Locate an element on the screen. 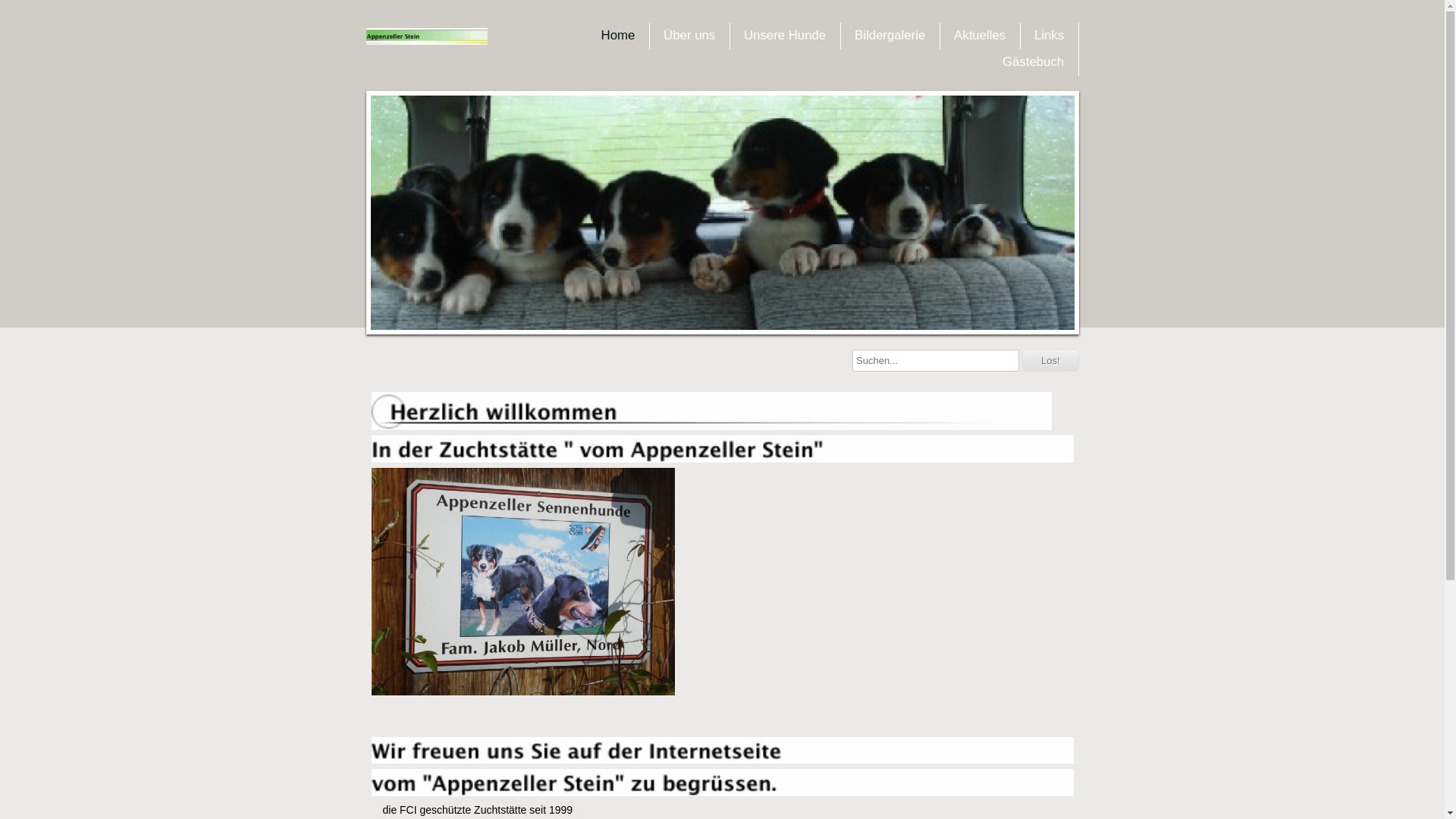 This screenshot has width=1456, height=819. 'Unsere Hunde' is located at coordinates (785, 34).